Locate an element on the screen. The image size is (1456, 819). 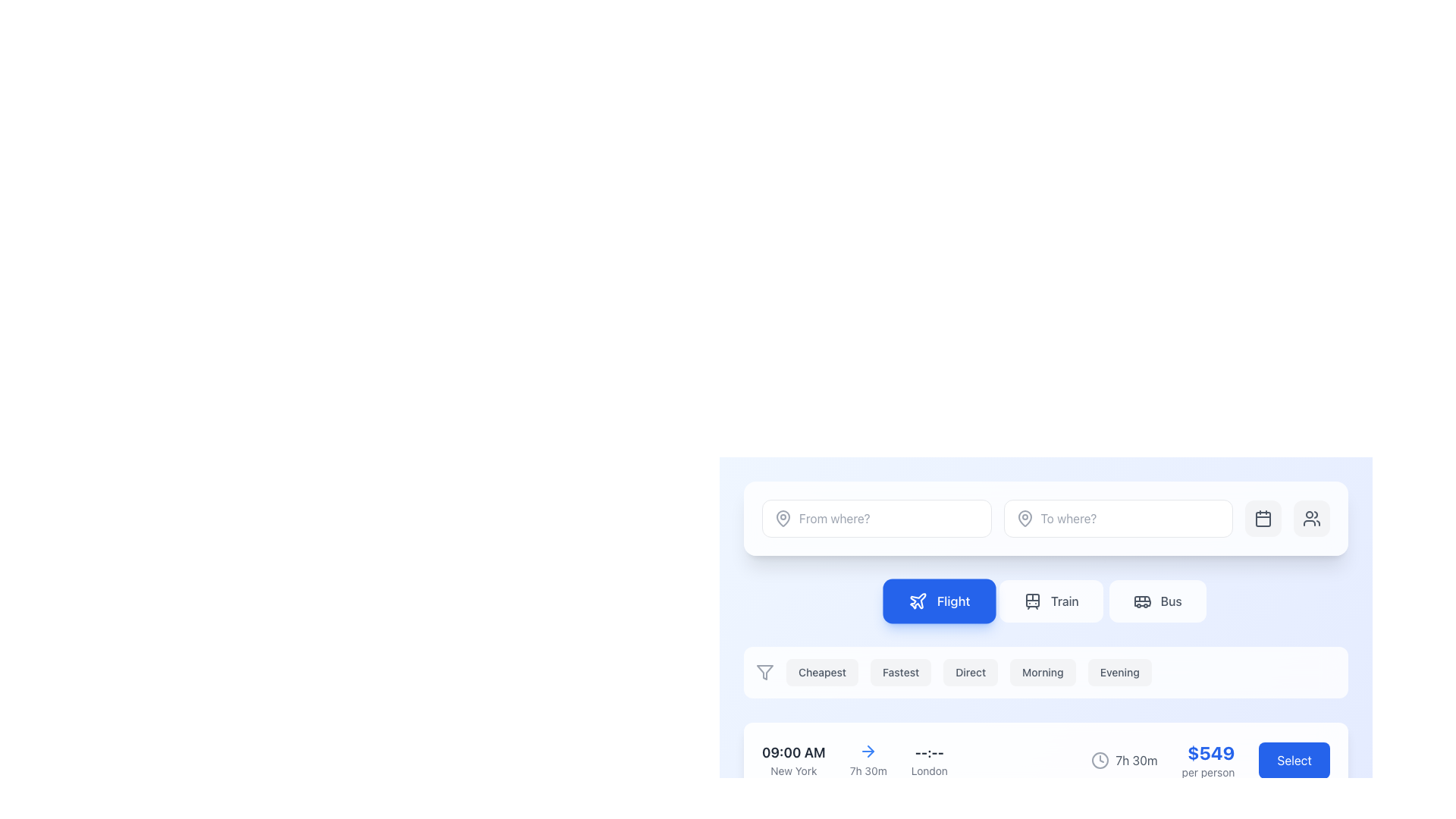
the second input field for specifying the destination location of a trip, located between the 'From where?' field and the calendar icon, to focus on it is located at coordinates (1045, 517).